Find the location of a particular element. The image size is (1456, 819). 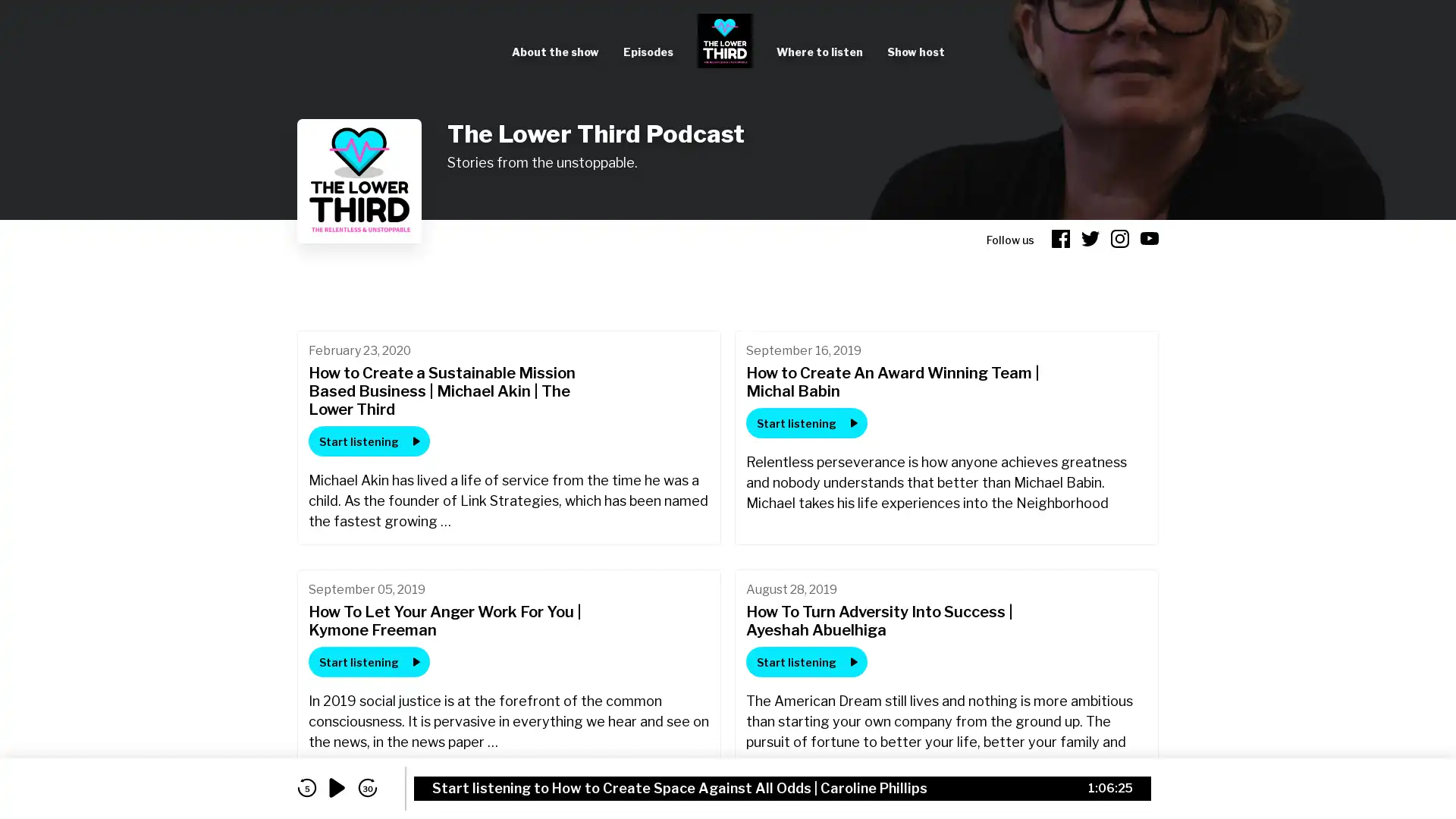

skip back 5 seconds is located at coordinates (306, 787).